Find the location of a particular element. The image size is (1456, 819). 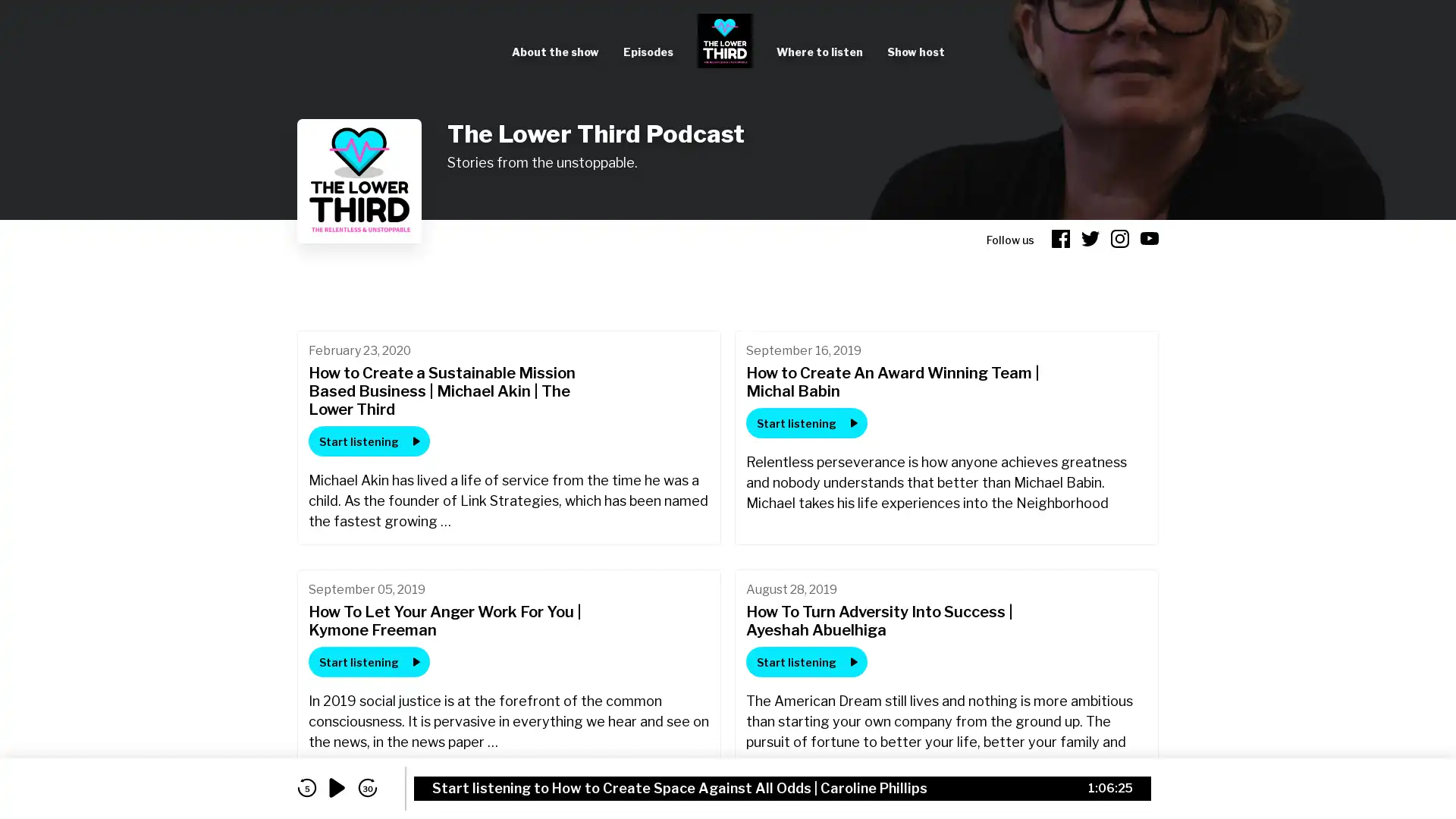

skip back 5 seconds is located at coordinates (306, 787).